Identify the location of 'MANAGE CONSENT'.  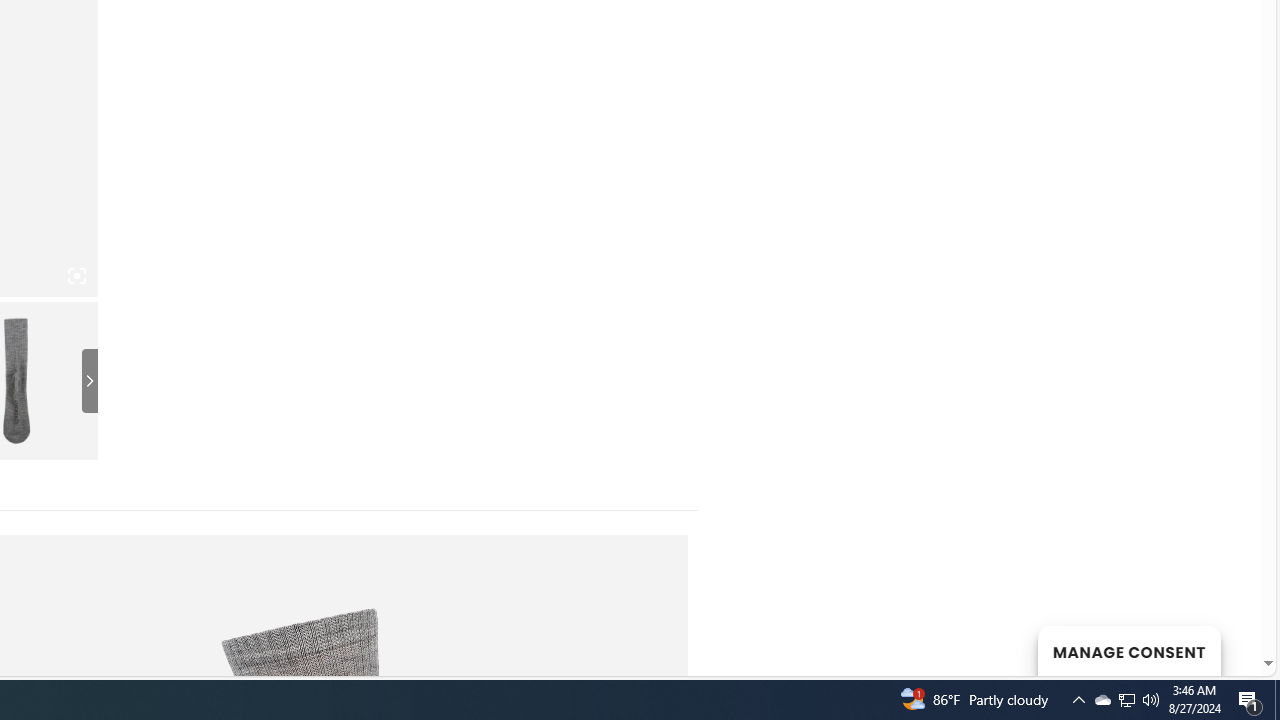
(1128, 650).